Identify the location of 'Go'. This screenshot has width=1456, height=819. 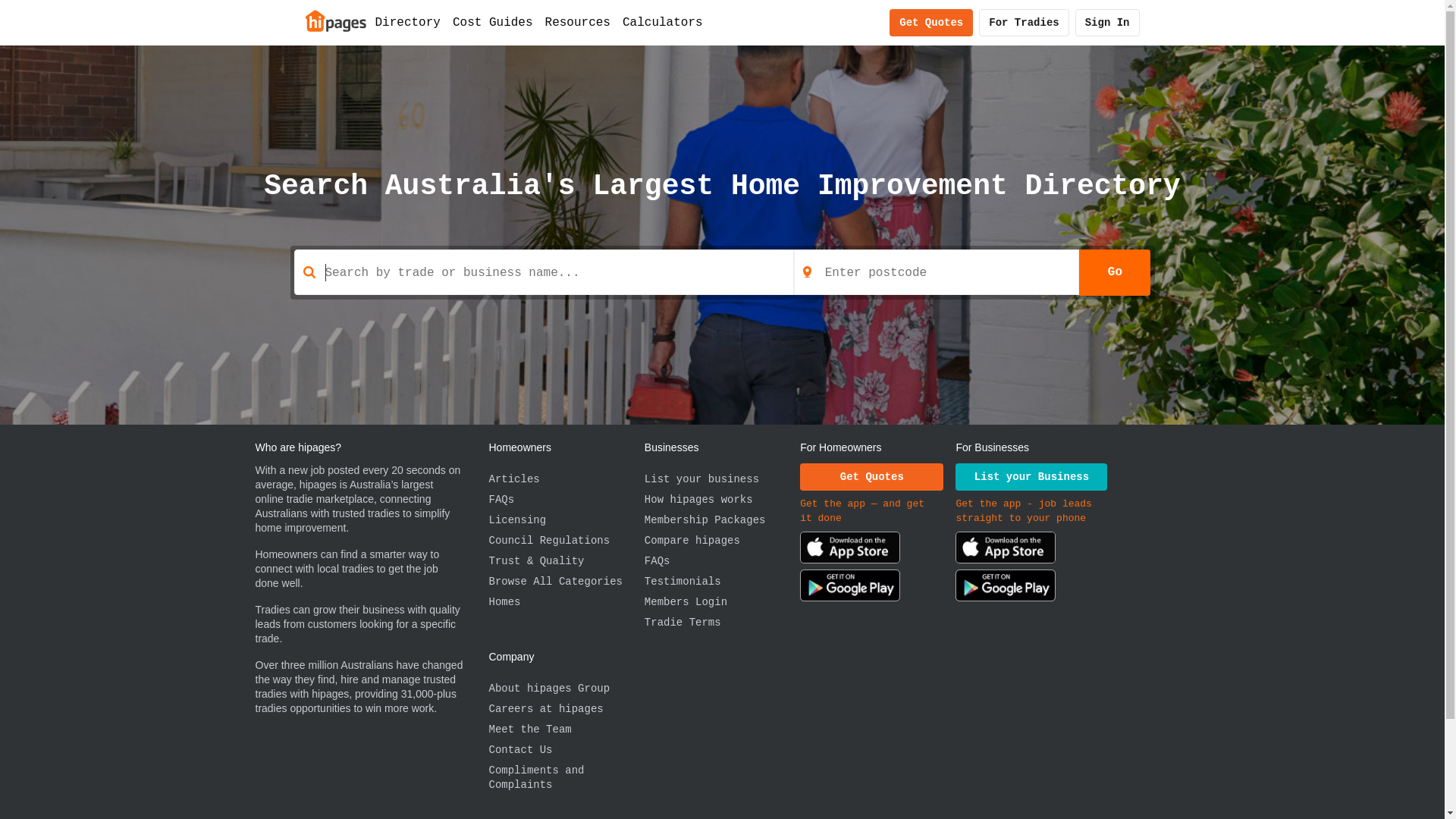
(1114, 271).